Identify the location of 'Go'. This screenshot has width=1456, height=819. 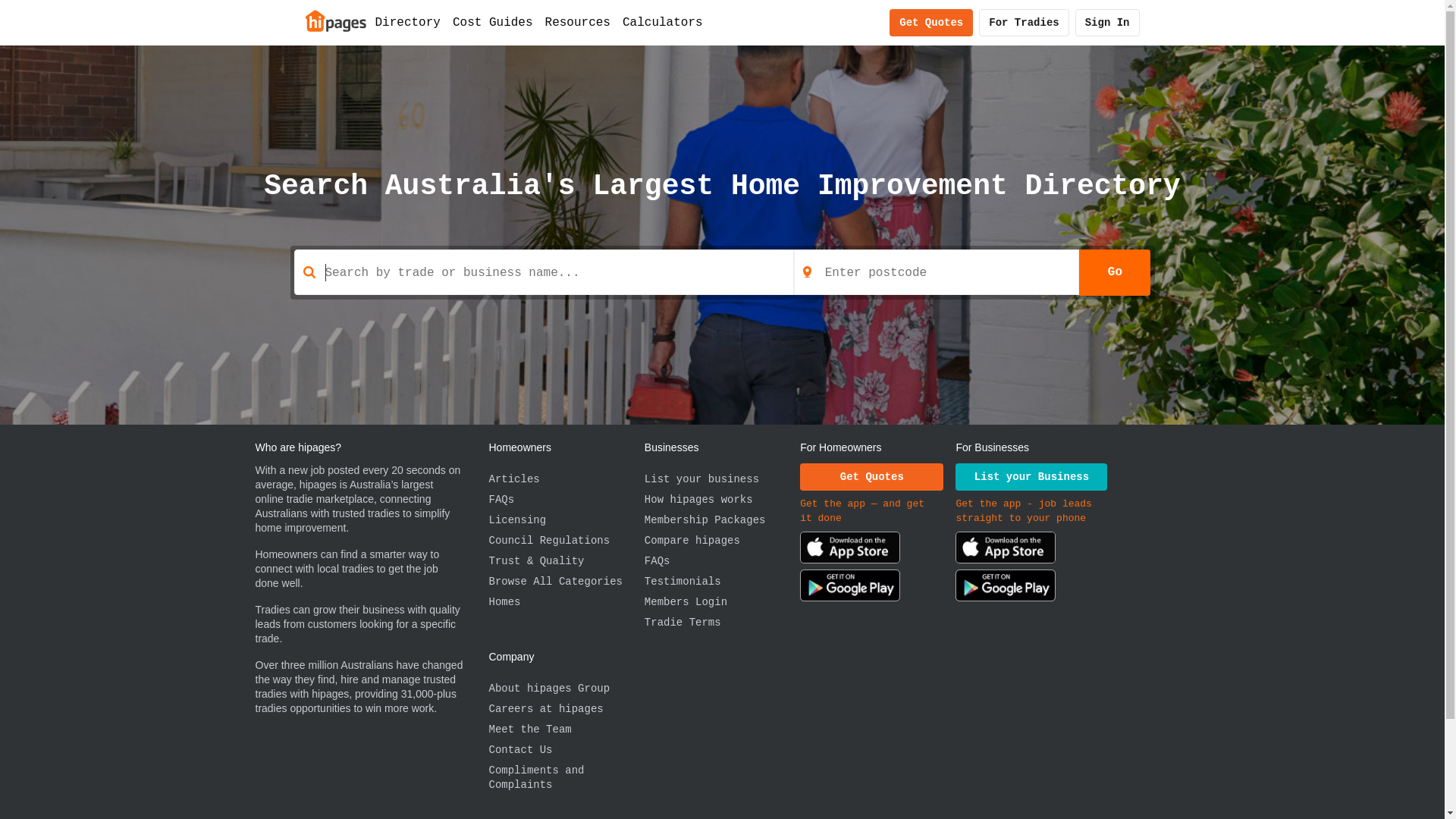
(1114, 271).